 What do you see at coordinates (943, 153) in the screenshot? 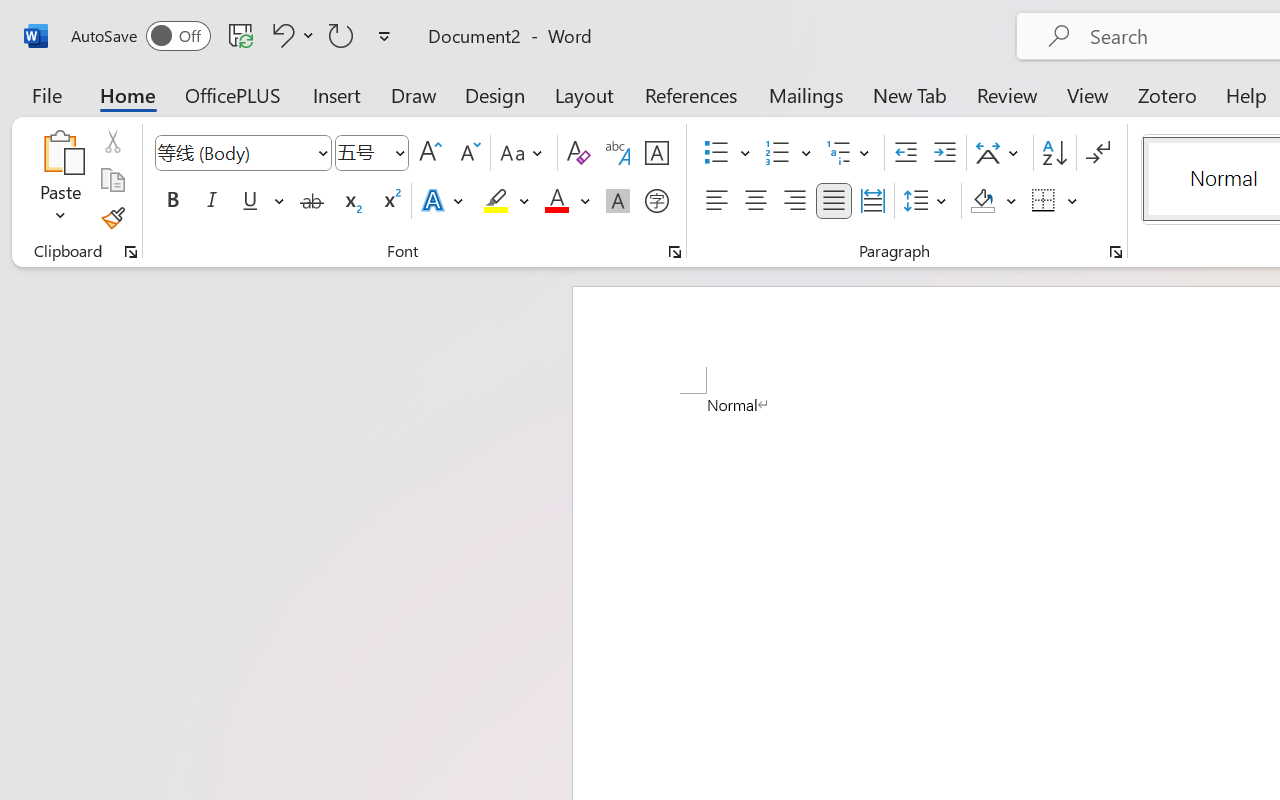
I see `'Increase Indent'` at bounding box center [943, 153].